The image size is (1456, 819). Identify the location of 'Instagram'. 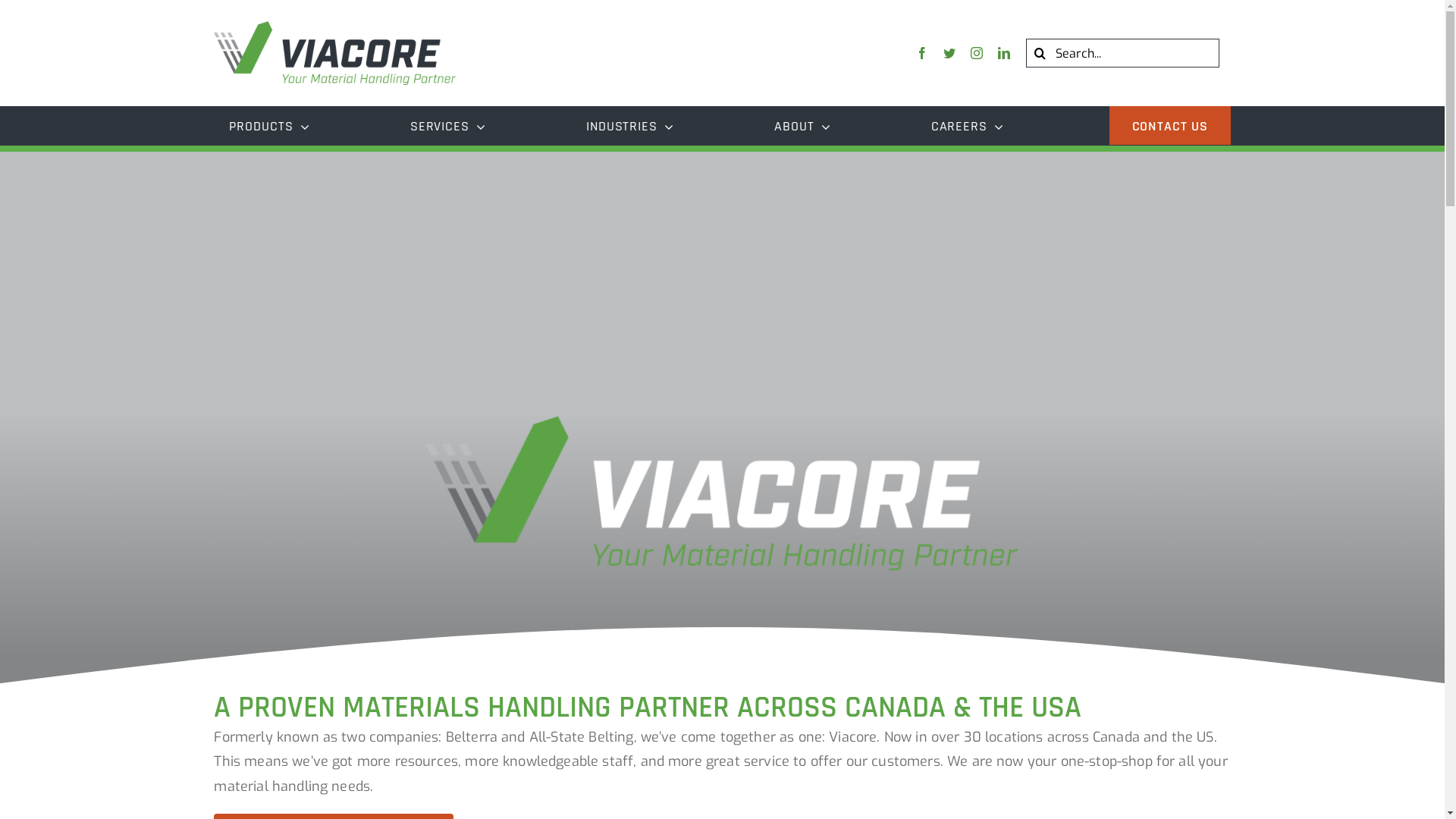
(976, 52).